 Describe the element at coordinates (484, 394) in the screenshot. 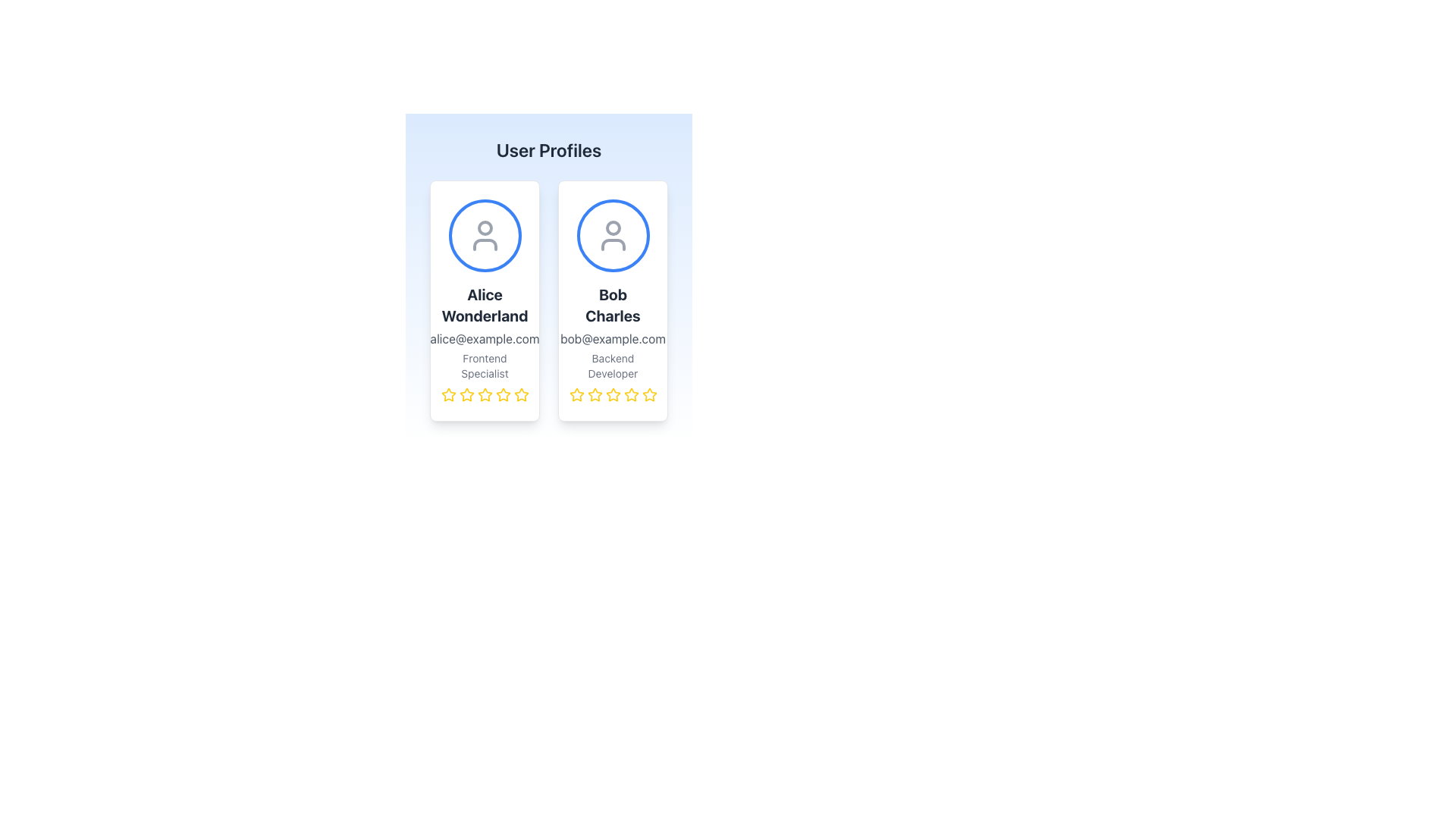

I see `the active Rating Star Icon for 'Alice Wonderland', which is the third star in a row of five` at that location.